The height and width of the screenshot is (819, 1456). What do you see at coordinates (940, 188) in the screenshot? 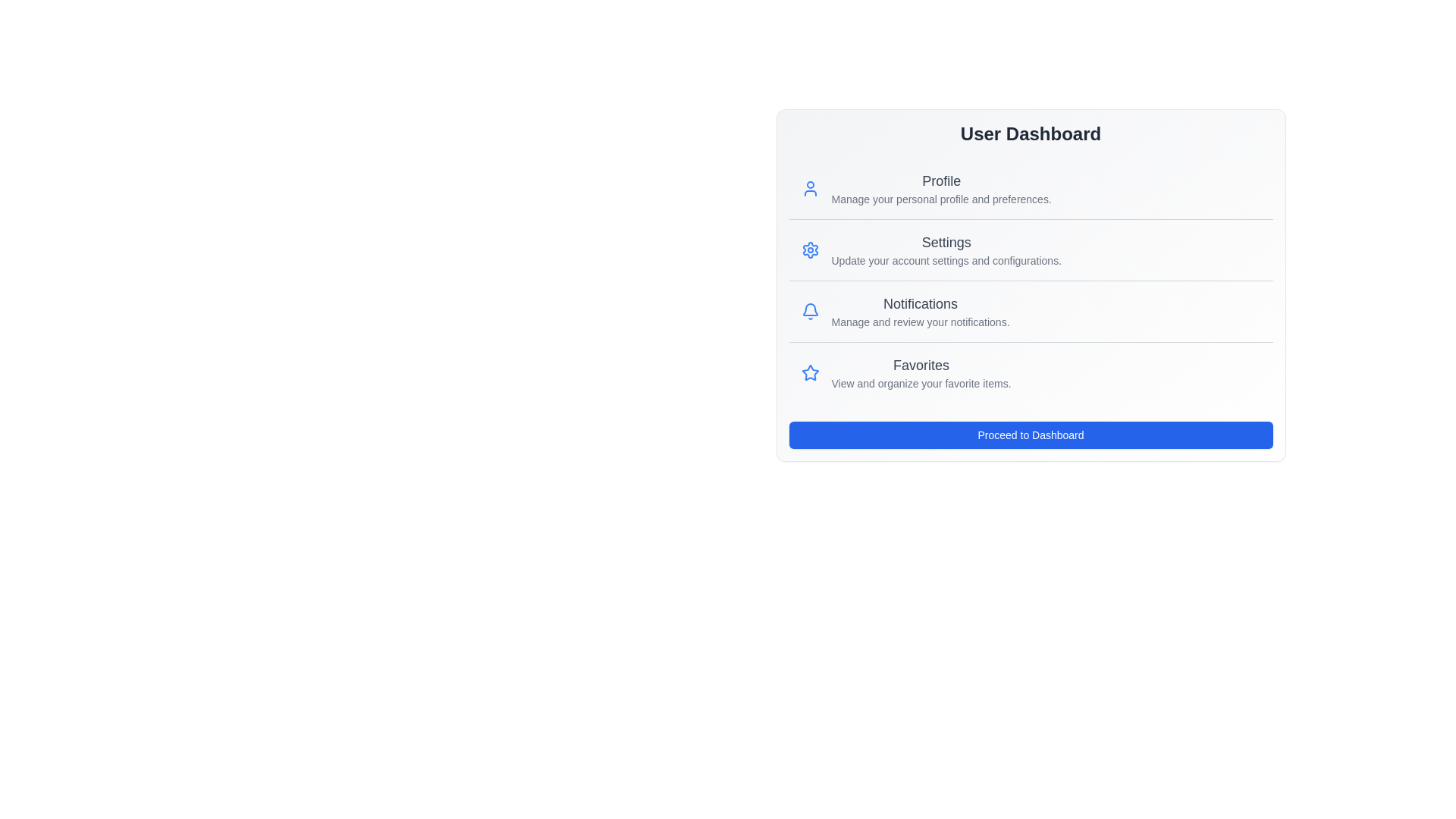
I see `the 'Profile' text element, which displays the heading 'Profile' in bold and a descriptive text 'Manage your personal profile and preferences.' underneath, located on the right-hand side of the 'User Dashboard'` at bounding box center [940, 188].